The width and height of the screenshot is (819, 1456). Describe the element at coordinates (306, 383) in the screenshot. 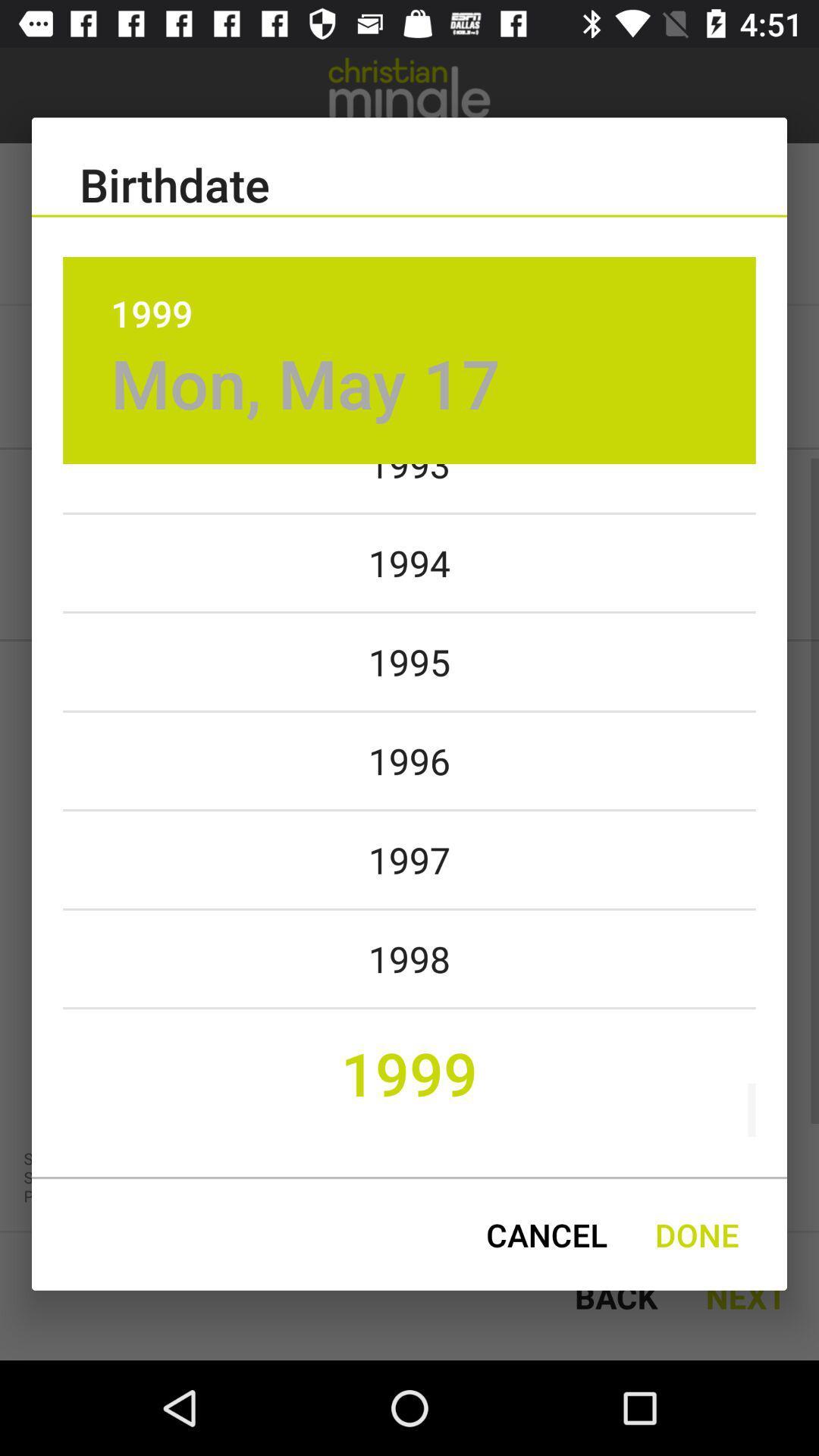

I see `the mon, may 17` at that location.